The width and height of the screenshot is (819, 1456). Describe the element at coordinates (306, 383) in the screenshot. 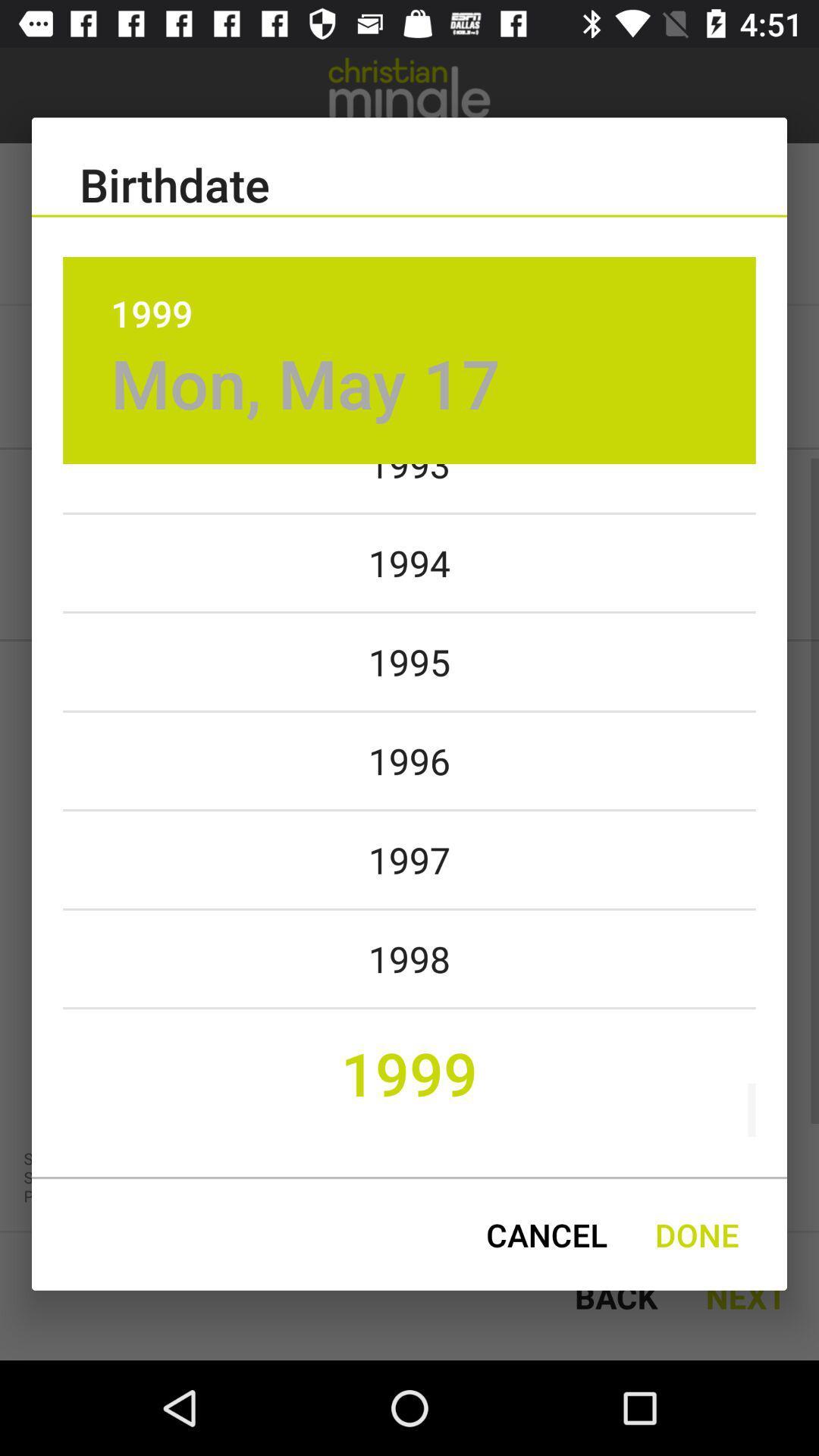

I see `the mon, may 17` at that location.